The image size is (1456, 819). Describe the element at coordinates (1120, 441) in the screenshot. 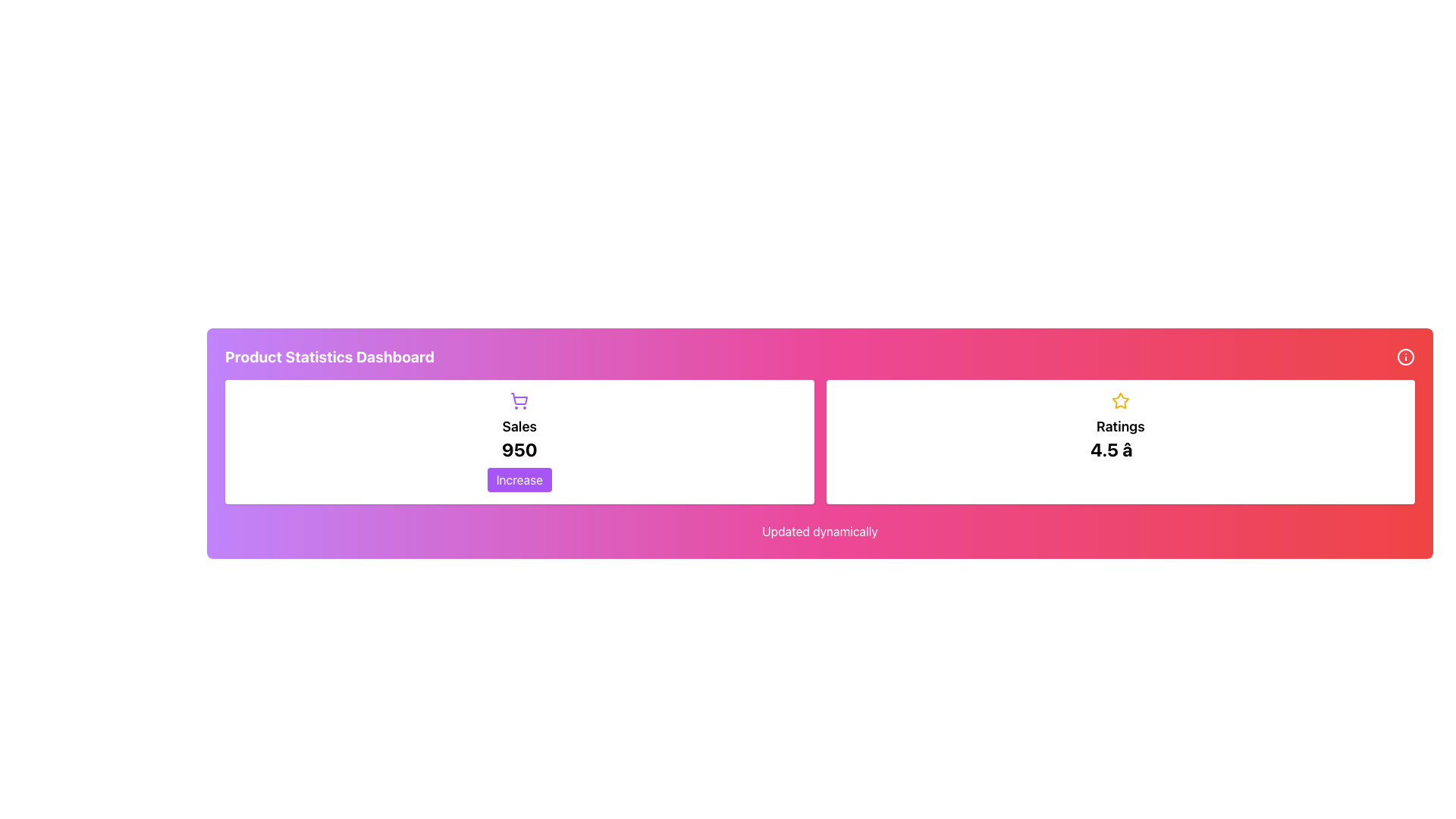

I see `the non-interactive Display Element that shows the rating summary for a product or service, located in the bottom right section of the two-column grid layout` at that location.